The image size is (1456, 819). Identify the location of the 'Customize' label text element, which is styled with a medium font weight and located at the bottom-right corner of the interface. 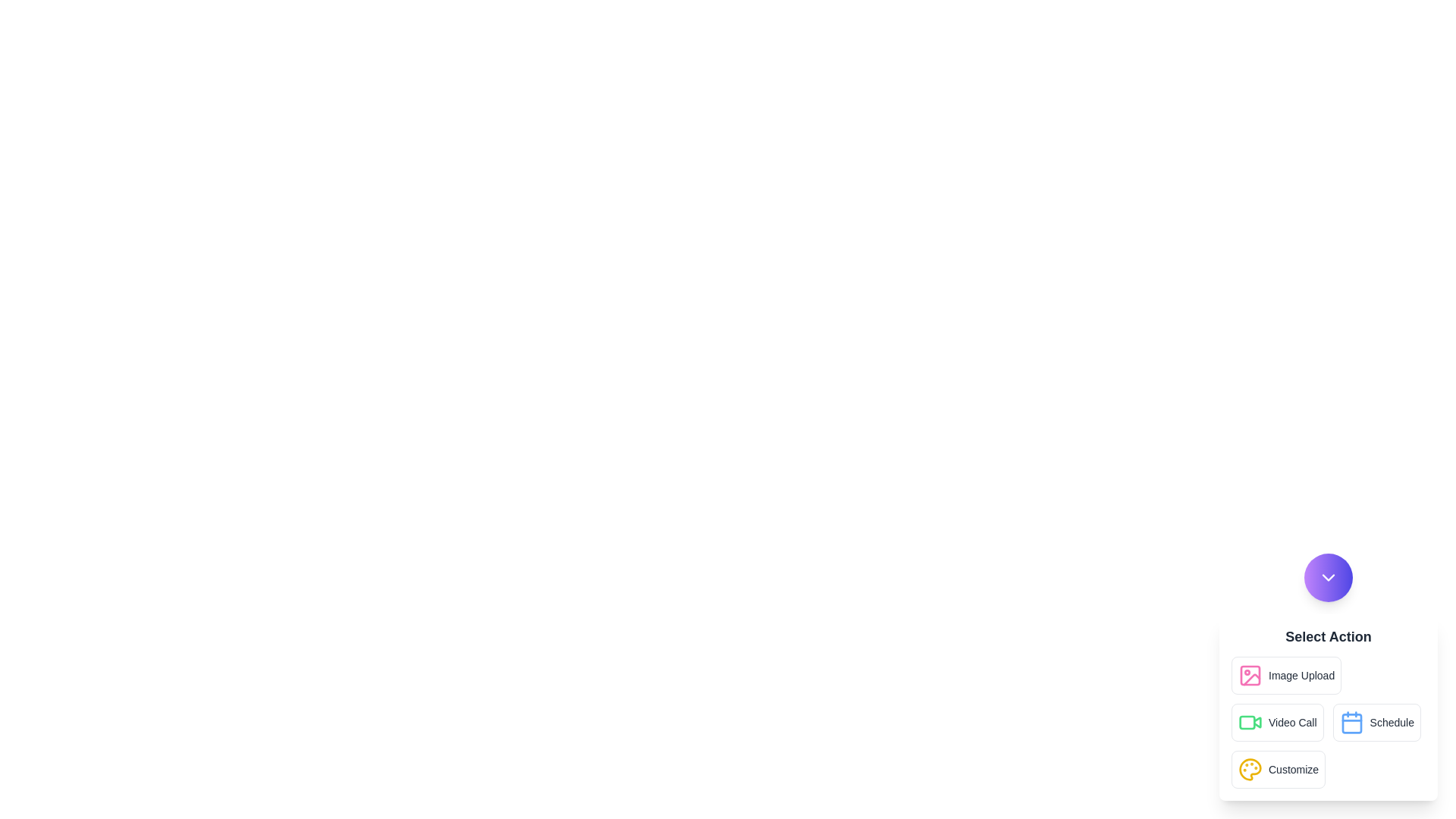
(1293, 769).